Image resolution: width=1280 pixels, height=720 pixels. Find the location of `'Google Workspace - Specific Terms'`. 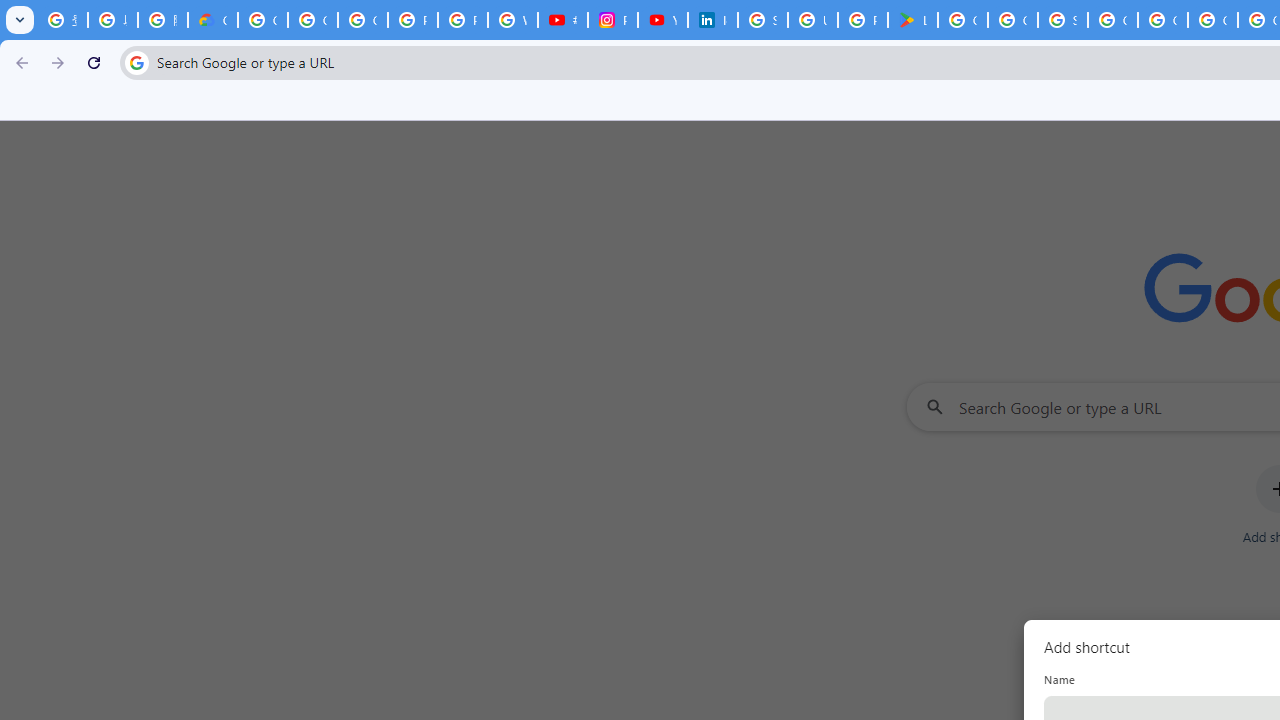

'Google Workspace - Specific Terms' is located at coordinates (1013, 20).